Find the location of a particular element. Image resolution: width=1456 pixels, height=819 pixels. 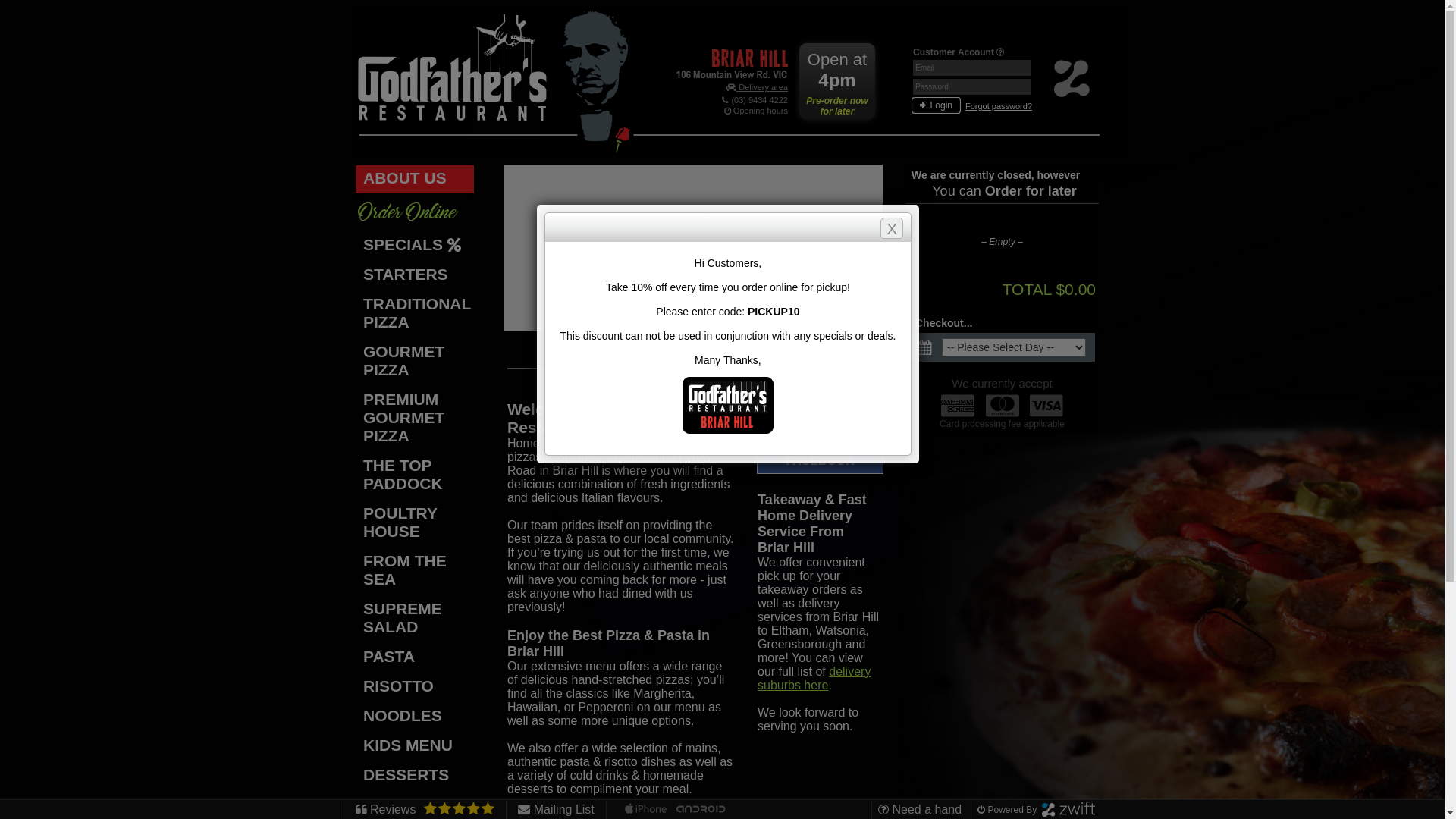

'SUPREME SALAD' is located at coordinates (355, 619).